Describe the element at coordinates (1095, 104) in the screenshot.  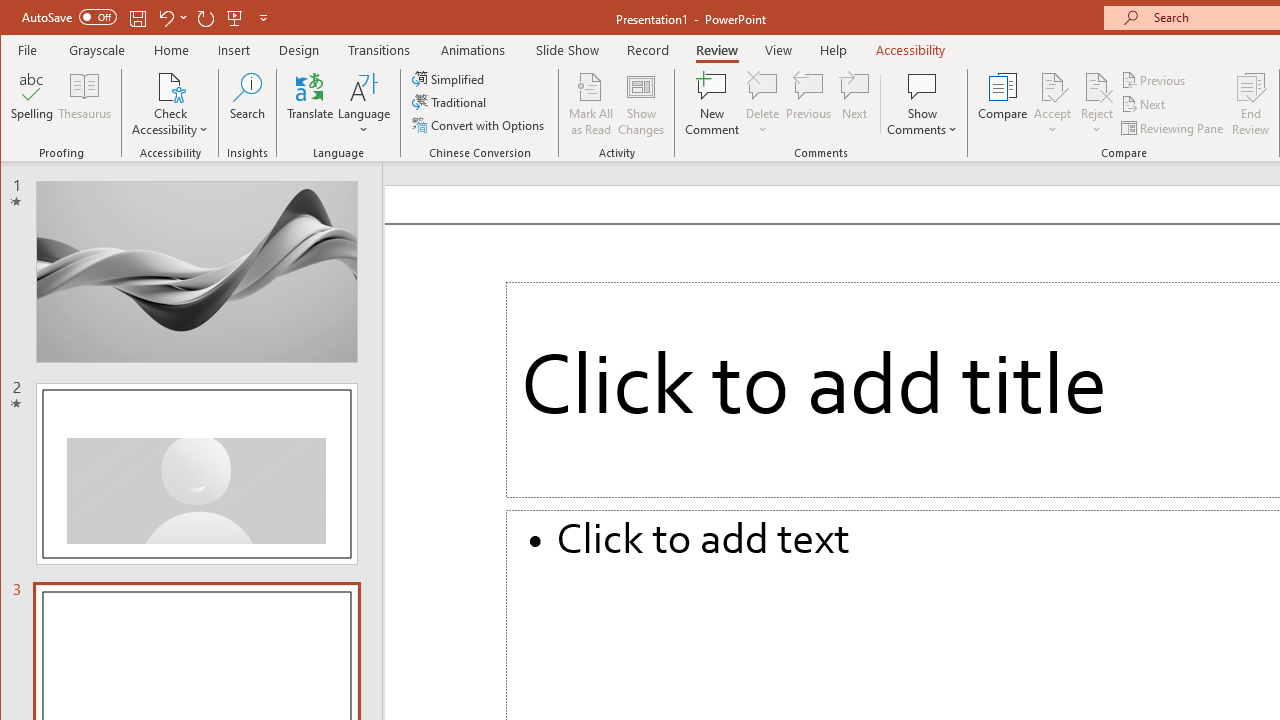
I see `'Reject'` at that location.